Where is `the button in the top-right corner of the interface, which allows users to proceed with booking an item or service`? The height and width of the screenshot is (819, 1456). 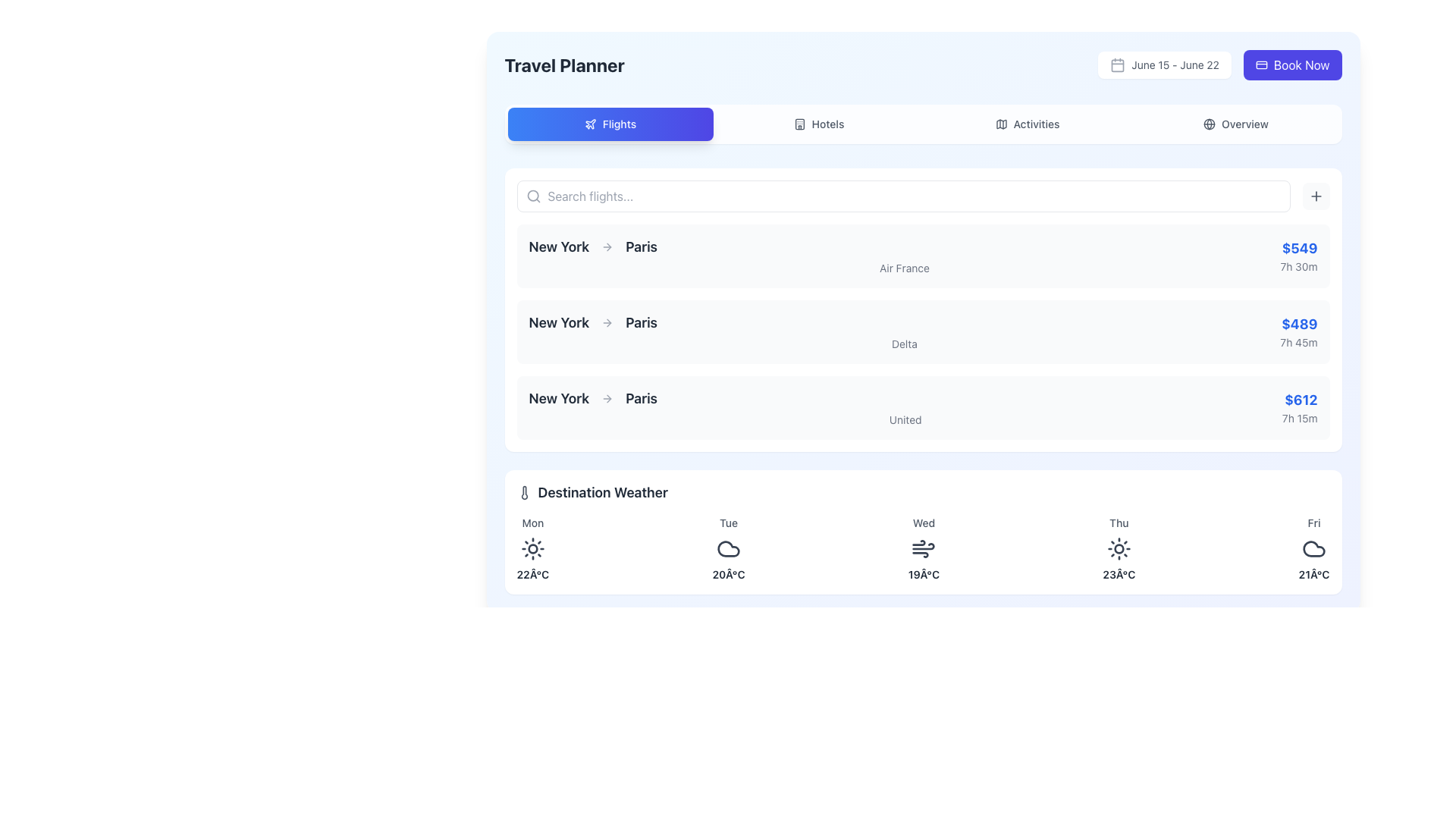
the button in the top-right corner of the interface, which allows users to proceed with booking an item or service is located at coordinates (1291, 64).